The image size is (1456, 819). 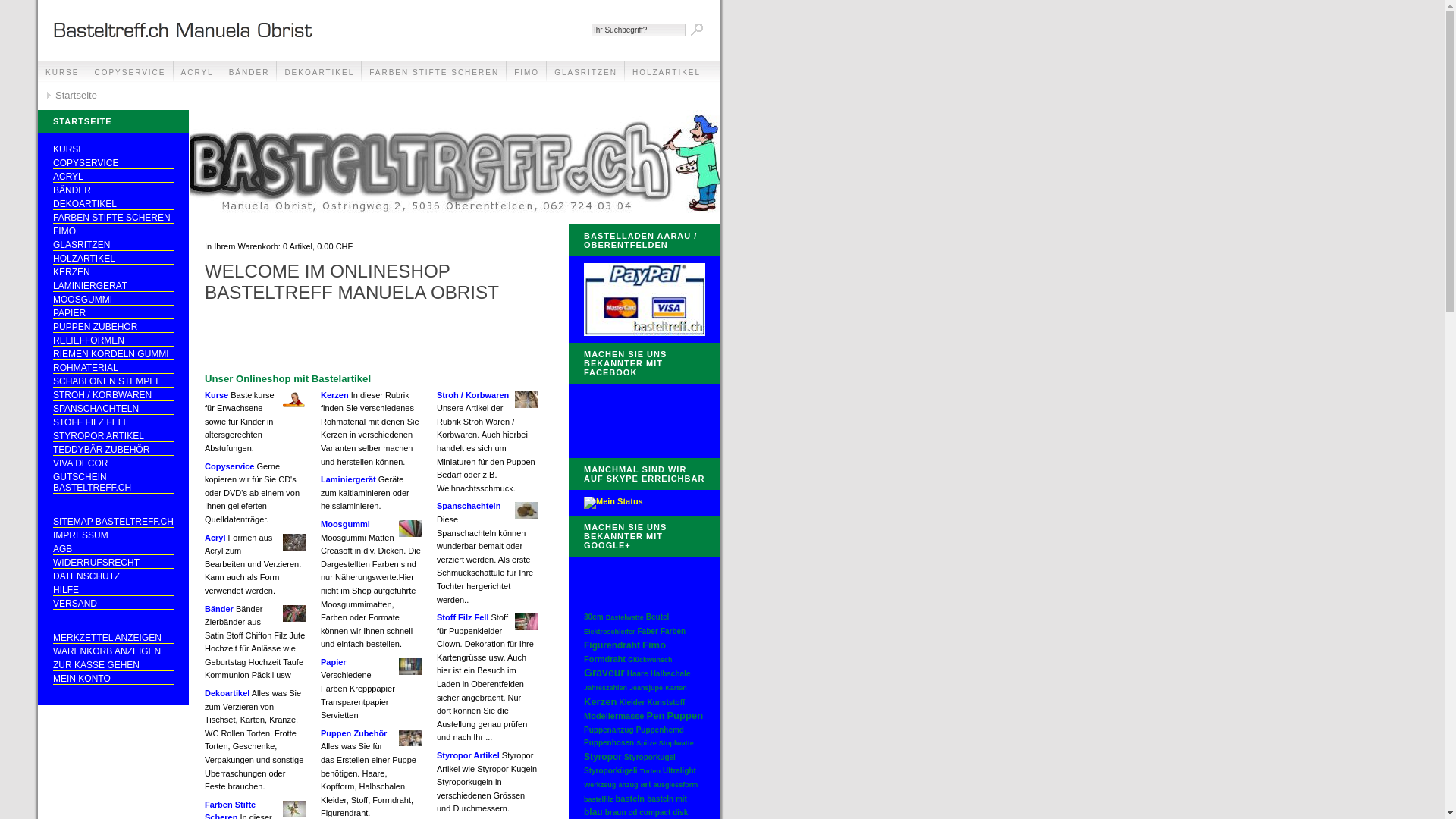 I want to click on 'Spanschachteln', so click(x=468, y=506).